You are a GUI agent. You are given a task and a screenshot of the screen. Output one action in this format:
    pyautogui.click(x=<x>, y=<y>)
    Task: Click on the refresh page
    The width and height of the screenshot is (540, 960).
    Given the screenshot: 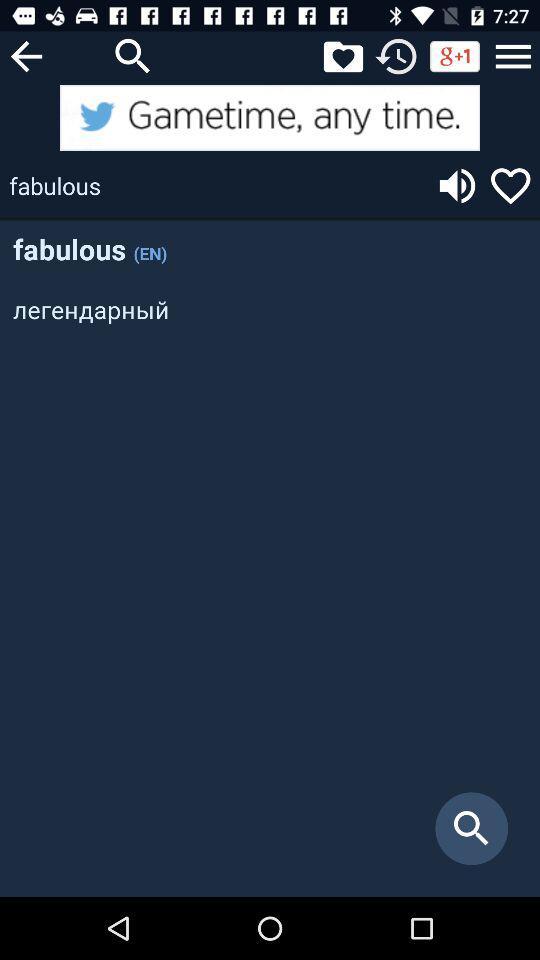 What is the action you would take?
    pyautogui.click(x=396, y=55)
    